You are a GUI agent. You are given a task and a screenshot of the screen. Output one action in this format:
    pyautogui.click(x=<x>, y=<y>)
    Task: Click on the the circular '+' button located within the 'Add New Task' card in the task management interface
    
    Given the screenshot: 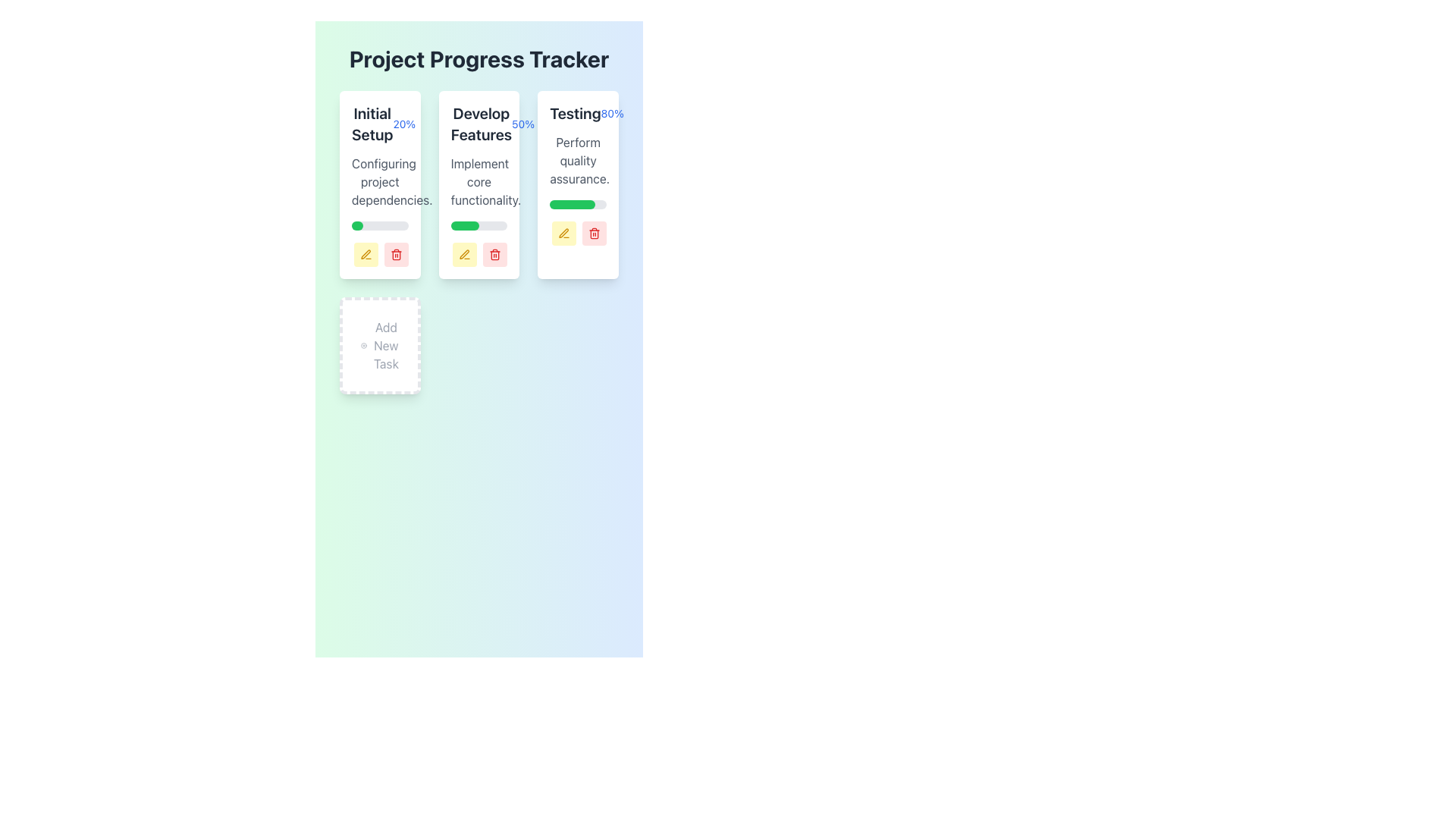 What is the action you would take?
    pyautogui.click(x=364, y=345)
    